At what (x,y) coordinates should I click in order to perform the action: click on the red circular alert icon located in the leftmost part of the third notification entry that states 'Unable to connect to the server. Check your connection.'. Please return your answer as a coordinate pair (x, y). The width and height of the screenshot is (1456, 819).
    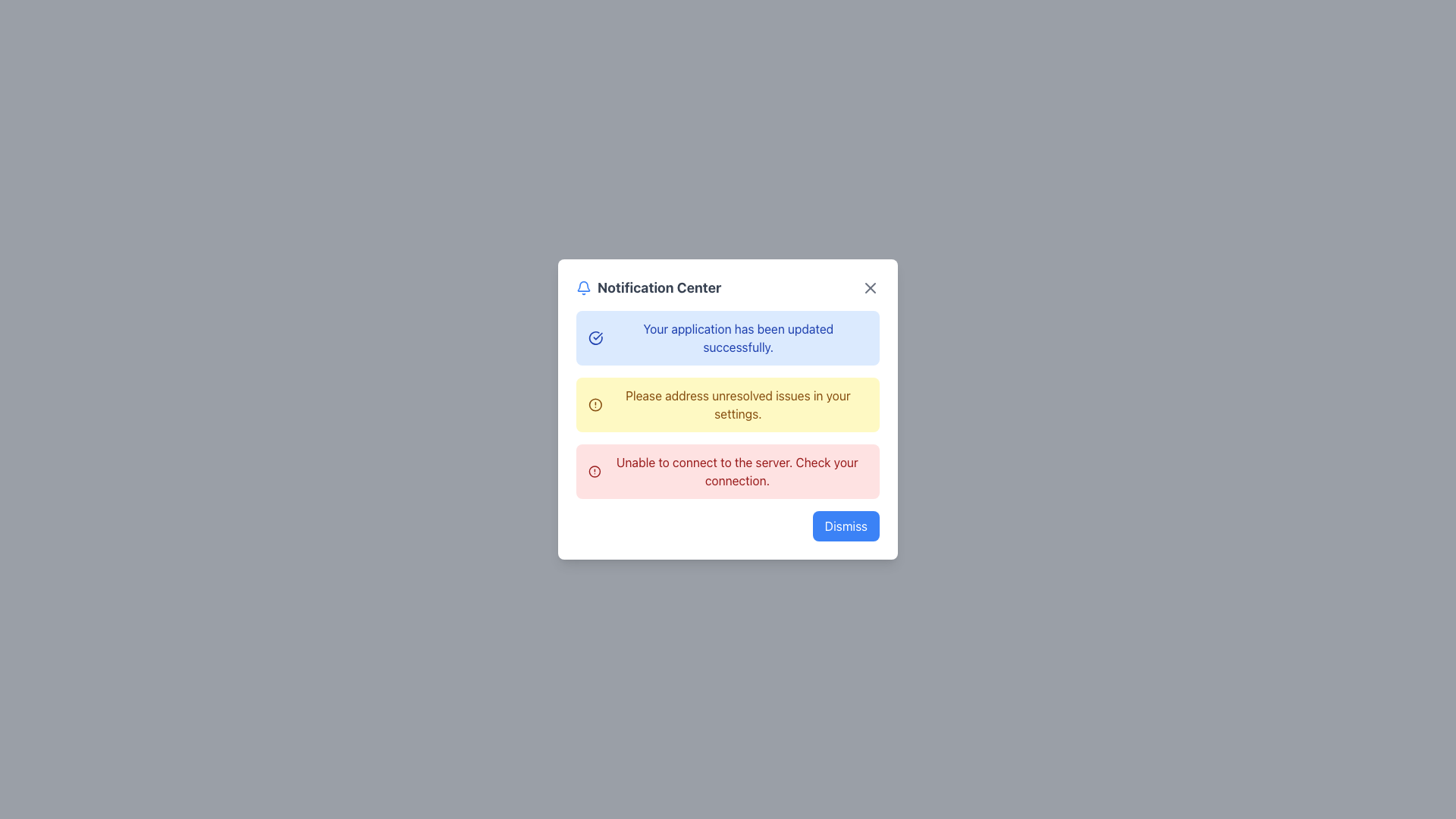
    Looking at the image, I should click on (594, 470).